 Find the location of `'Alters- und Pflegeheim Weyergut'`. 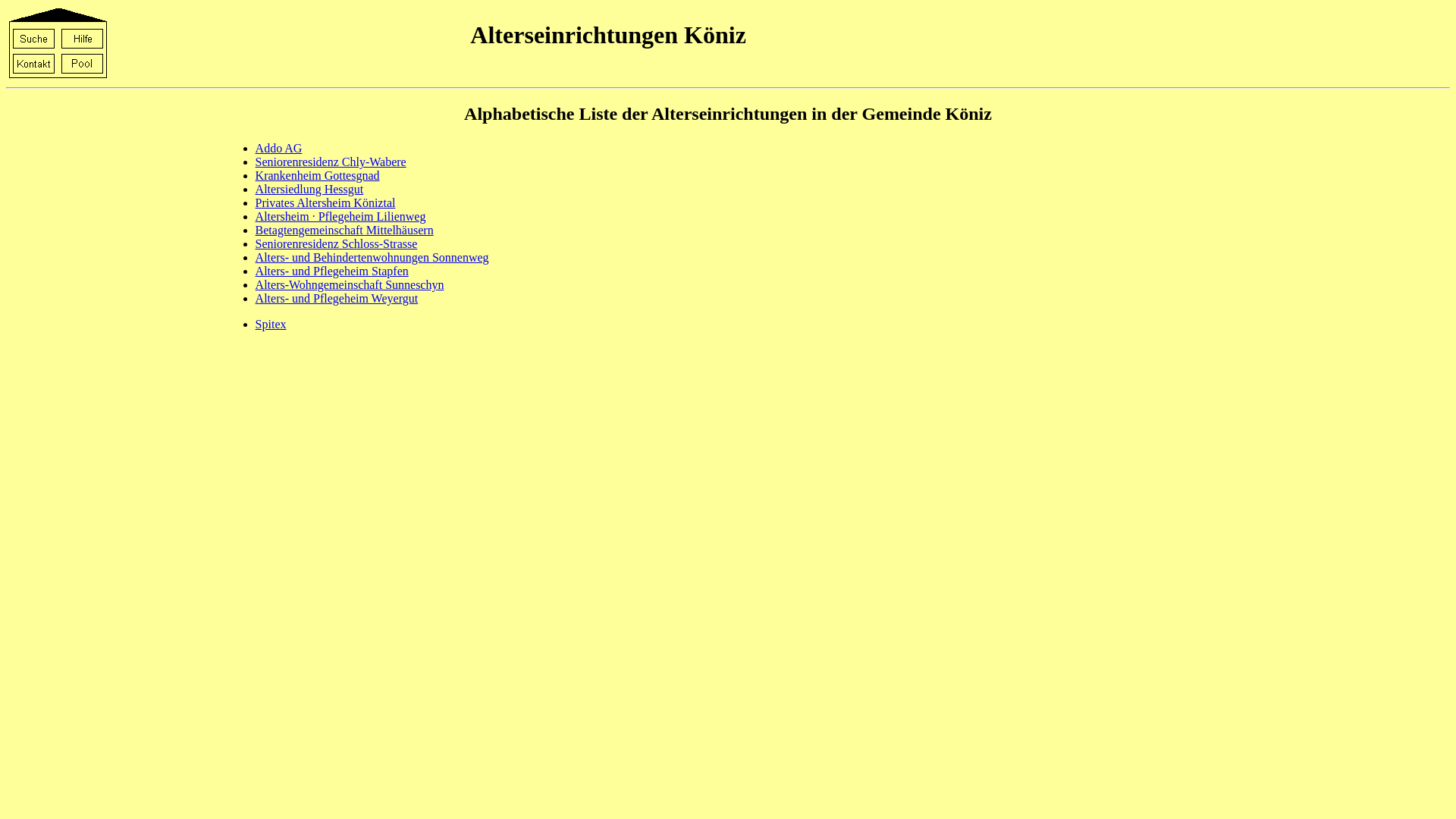

'Alters- und Pflegeheim Weyergut' is located at coordinates (336, 298).